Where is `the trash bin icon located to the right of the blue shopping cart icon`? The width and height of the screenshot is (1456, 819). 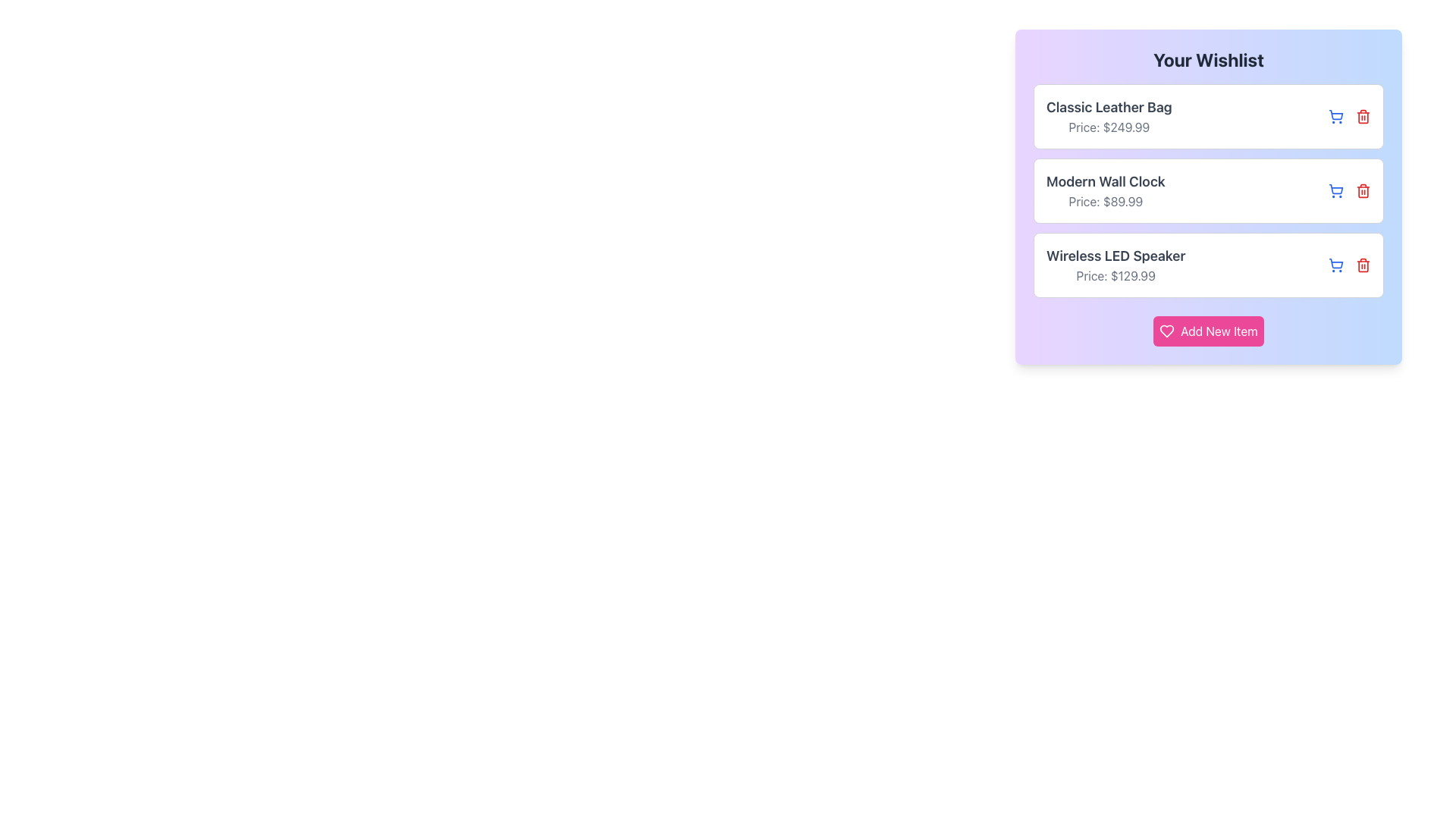 the trash bin icon located to the right of the blue shopping cart icon is located at coordinates (1363, 190).